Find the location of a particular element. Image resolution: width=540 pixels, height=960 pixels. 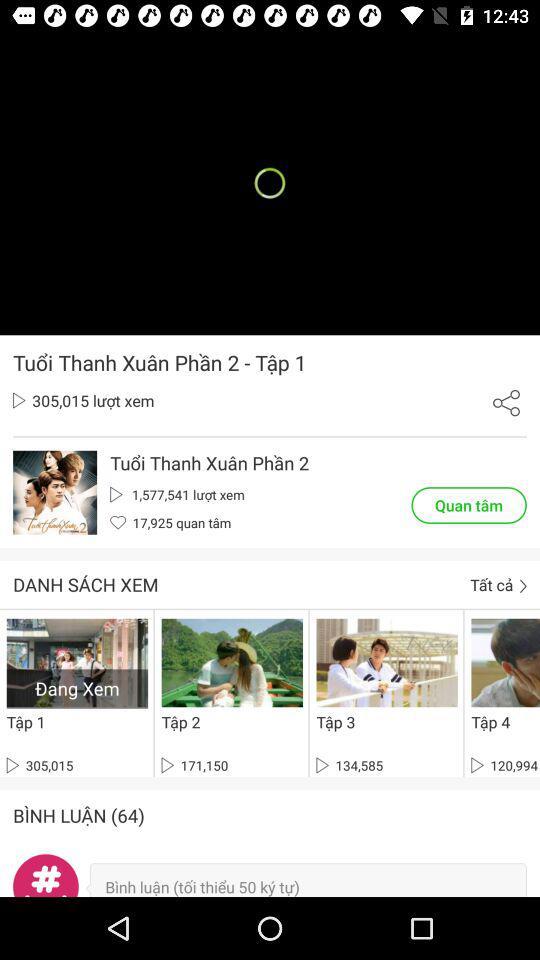

120,994 item is located at coordinates (503, 764).